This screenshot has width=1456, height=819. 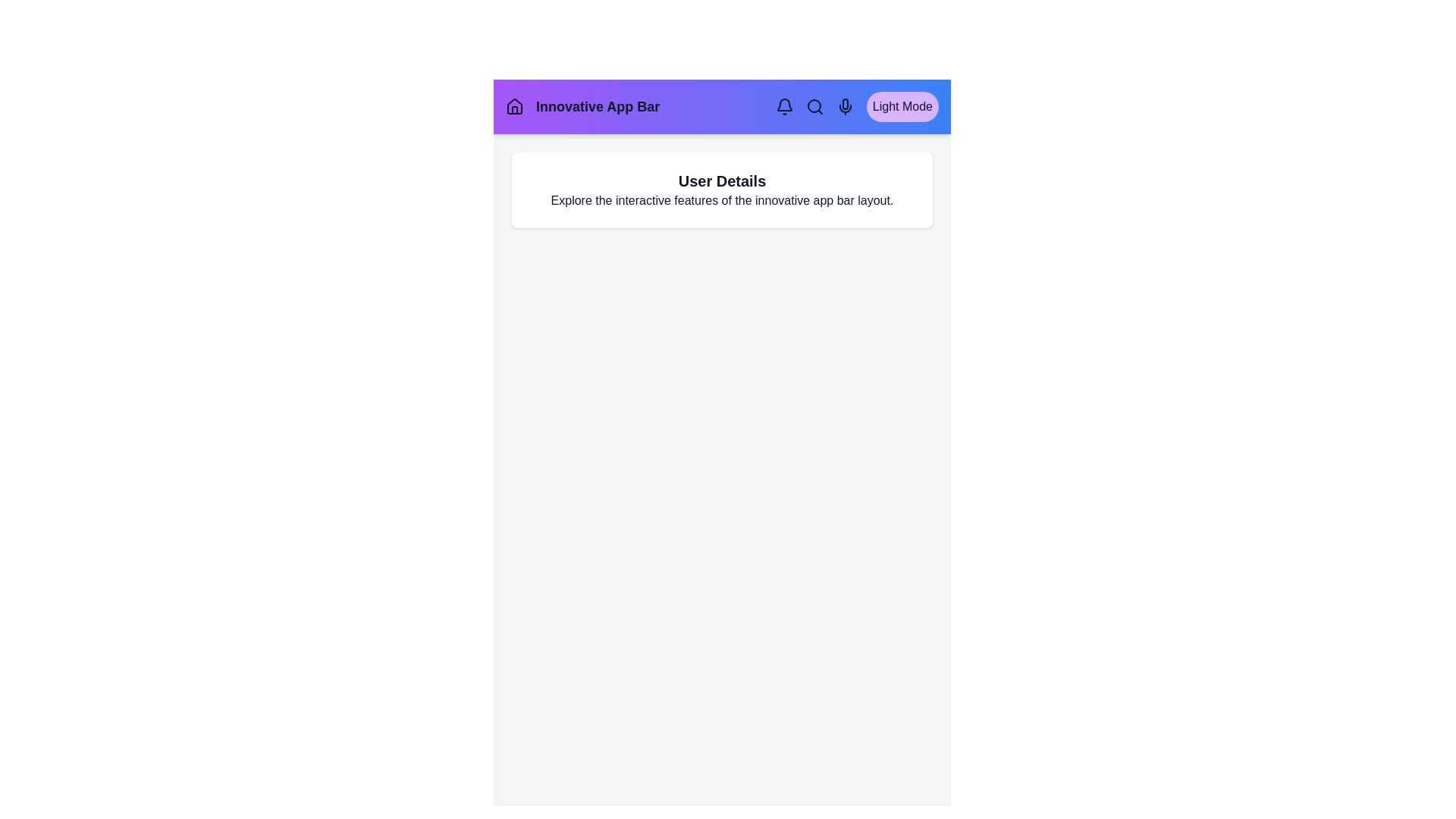 What do you see at coordinates (783, 106) in the screenshot?
I see `the navigation element Bell` at bounding box center [783, 106].